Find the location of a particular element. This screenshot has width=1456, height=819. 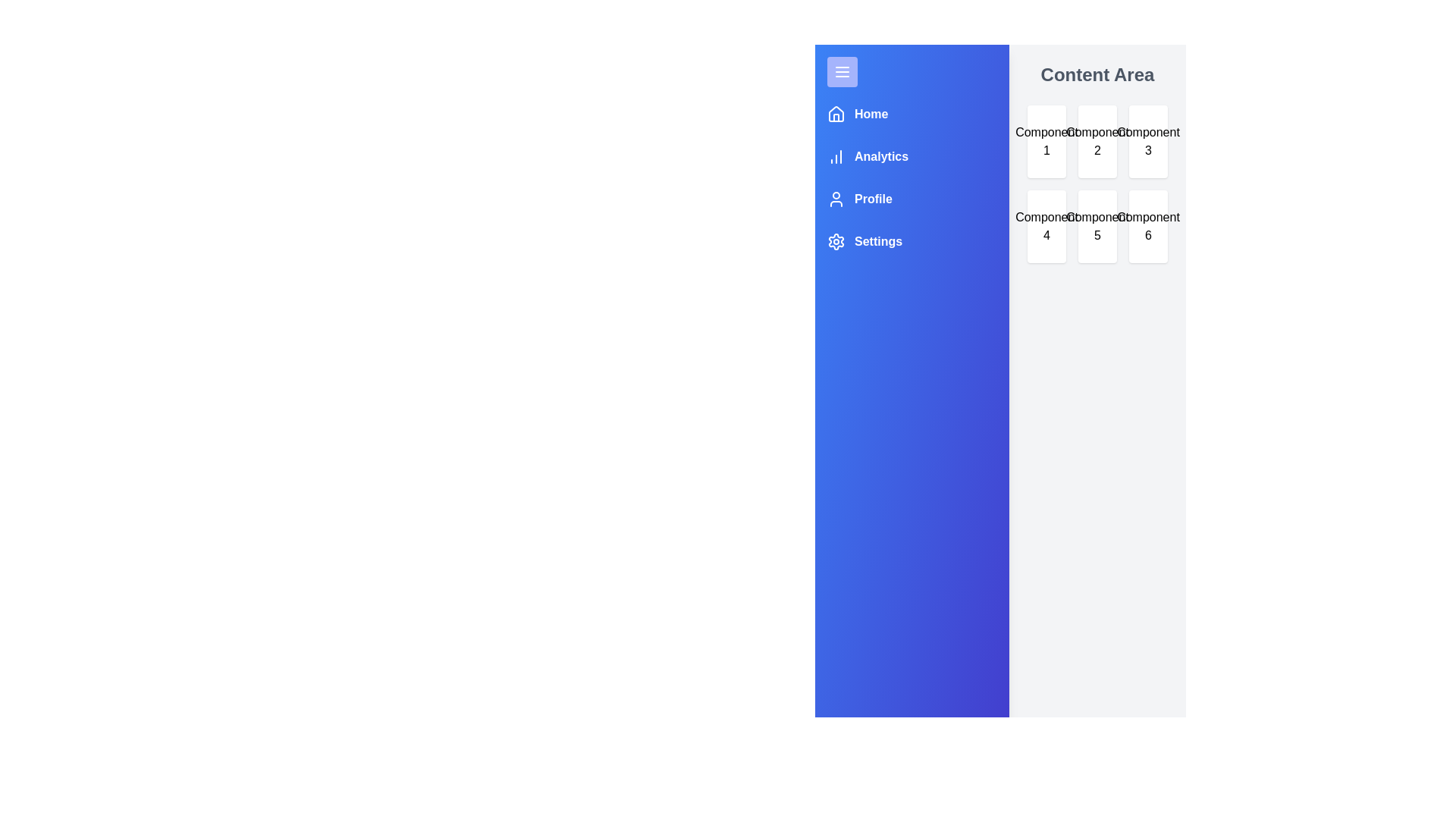

the menu item Analytics to view its tooltip is located at coordinates (868, 157).